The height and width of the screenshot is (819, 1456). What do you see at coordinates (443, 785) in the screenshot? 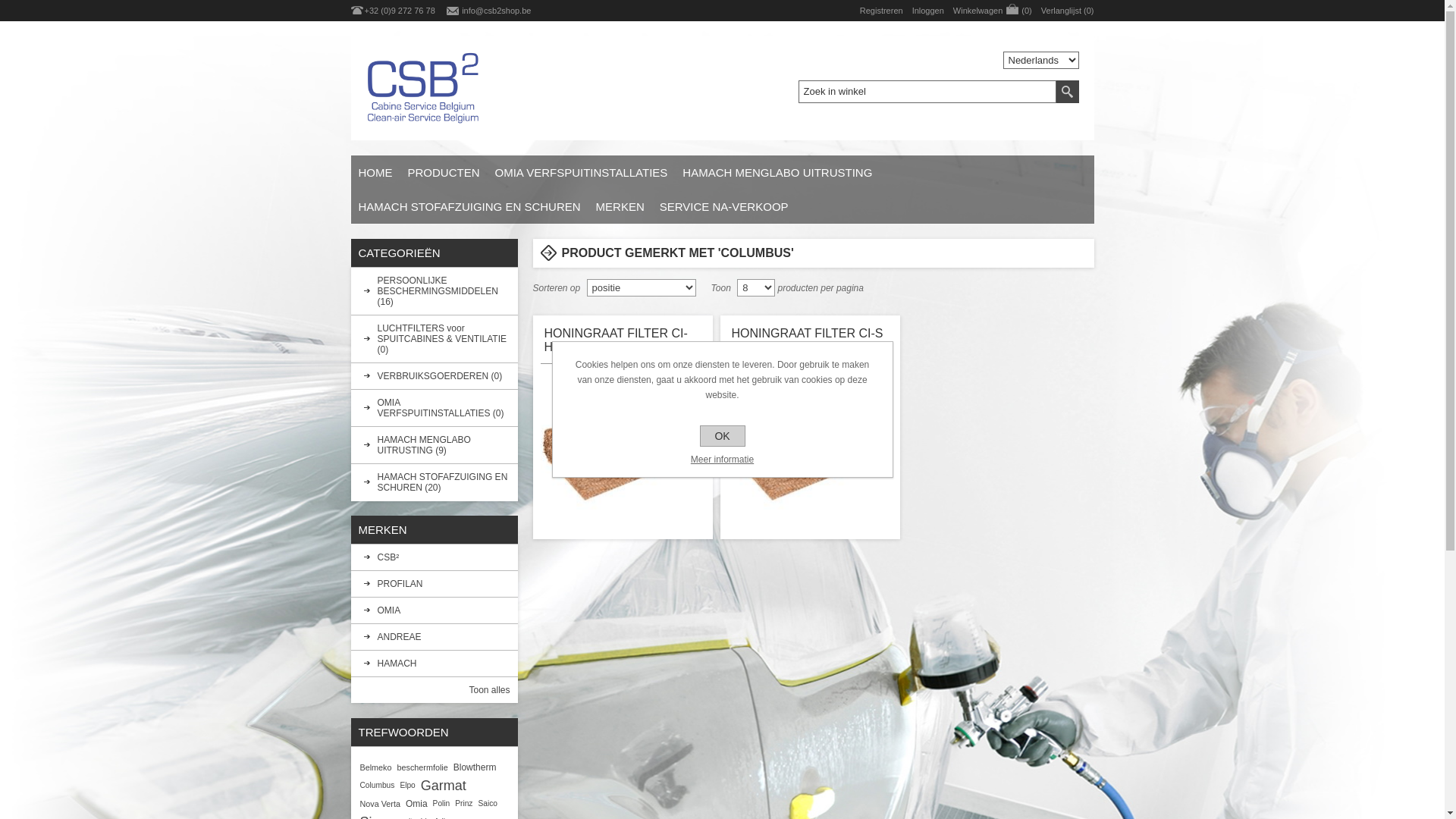
I see `'Garmat'` at bounding box center [443, 785].